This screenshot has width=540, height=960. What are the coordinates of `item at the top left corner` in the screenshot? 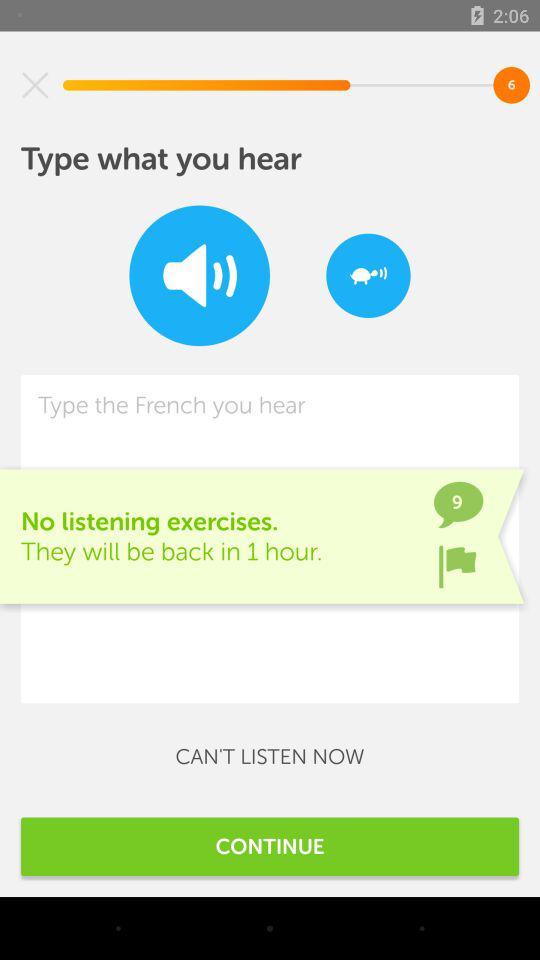 It's located at (35, 85).